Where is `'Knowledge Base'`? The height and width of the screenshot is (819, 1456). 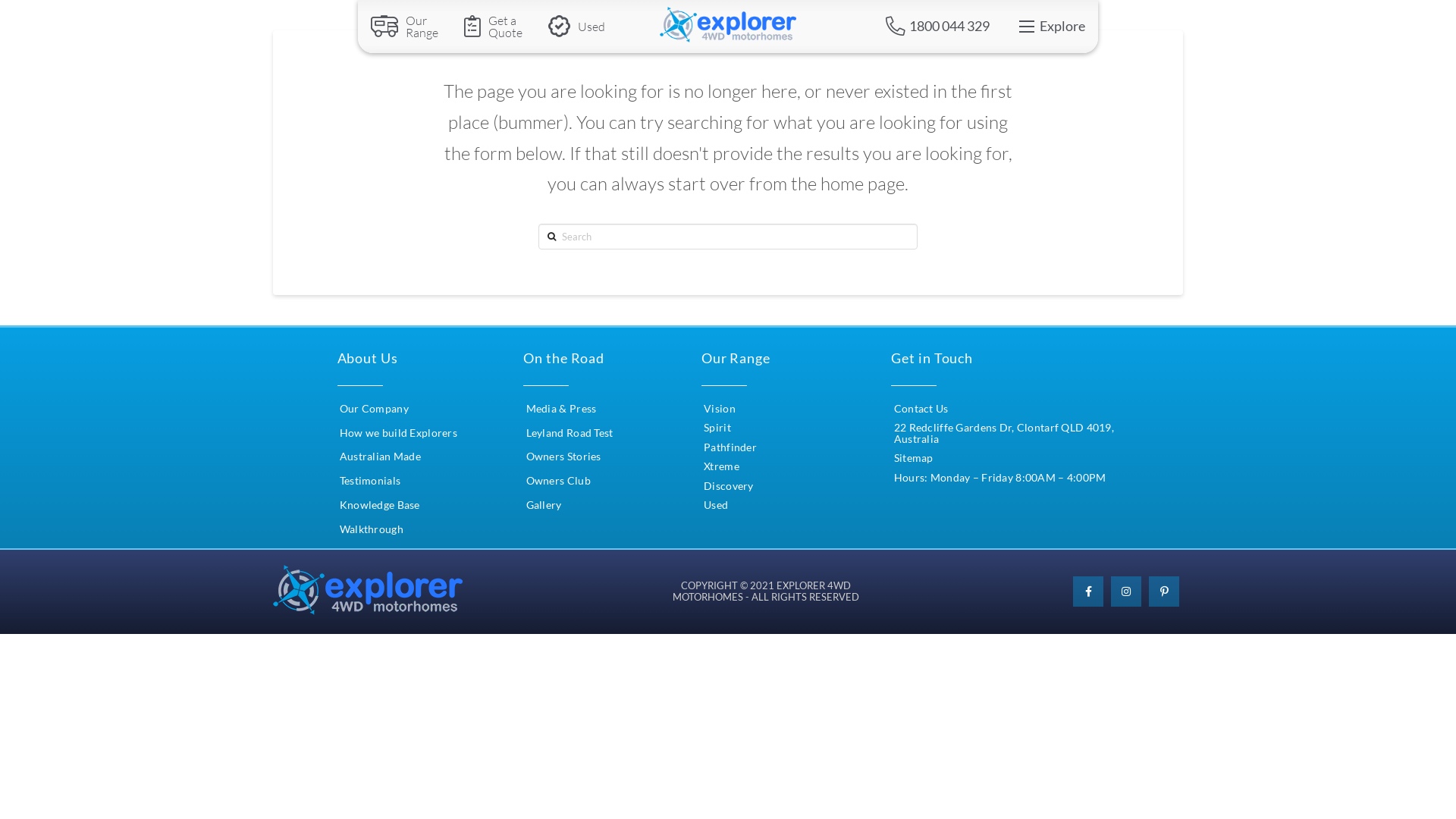
'Knowledge Base' is located at coordinates (378, 506).